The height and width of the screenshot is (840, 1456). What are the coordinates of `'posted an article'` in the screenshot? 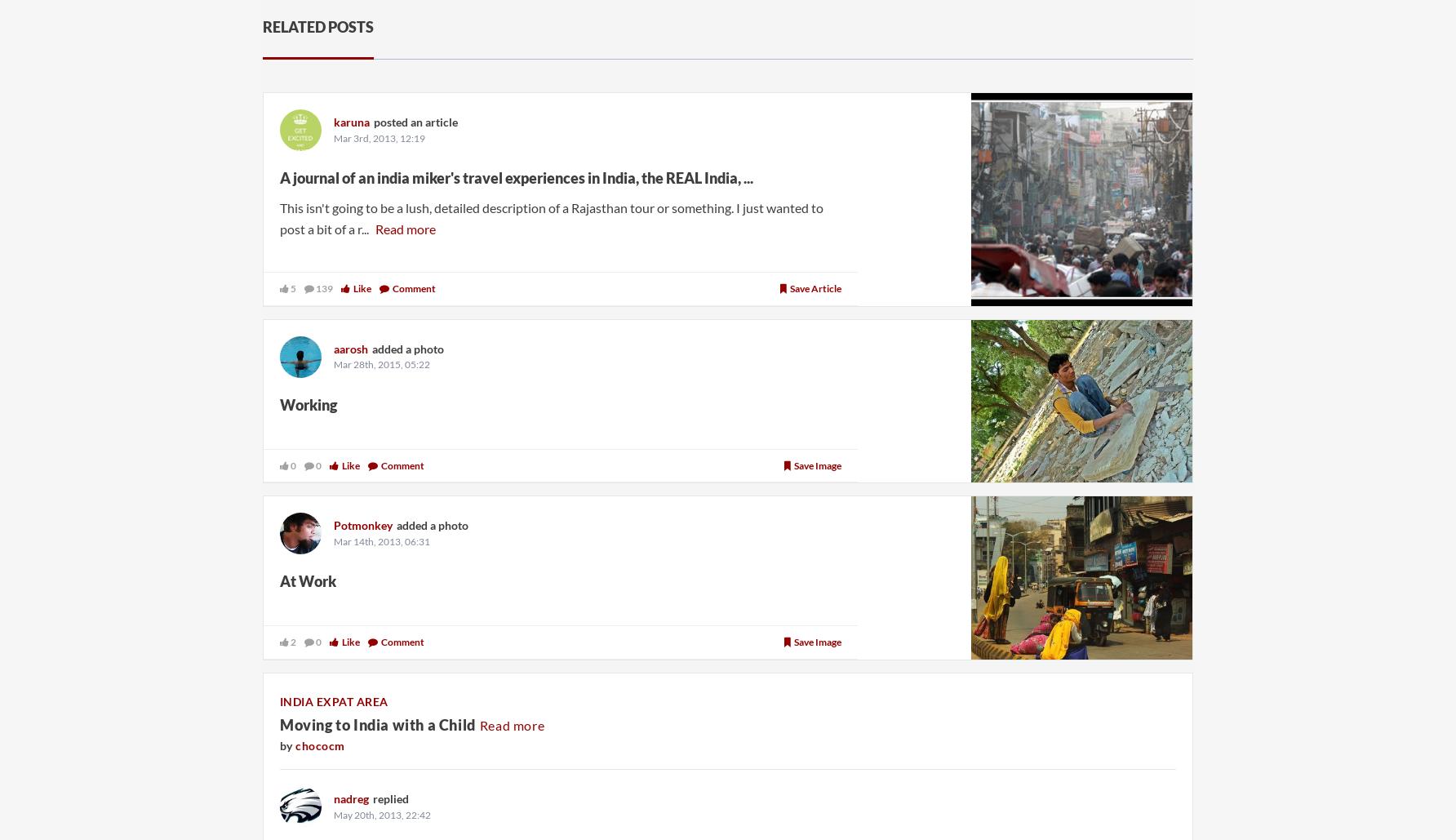 It's located at (373, 121).